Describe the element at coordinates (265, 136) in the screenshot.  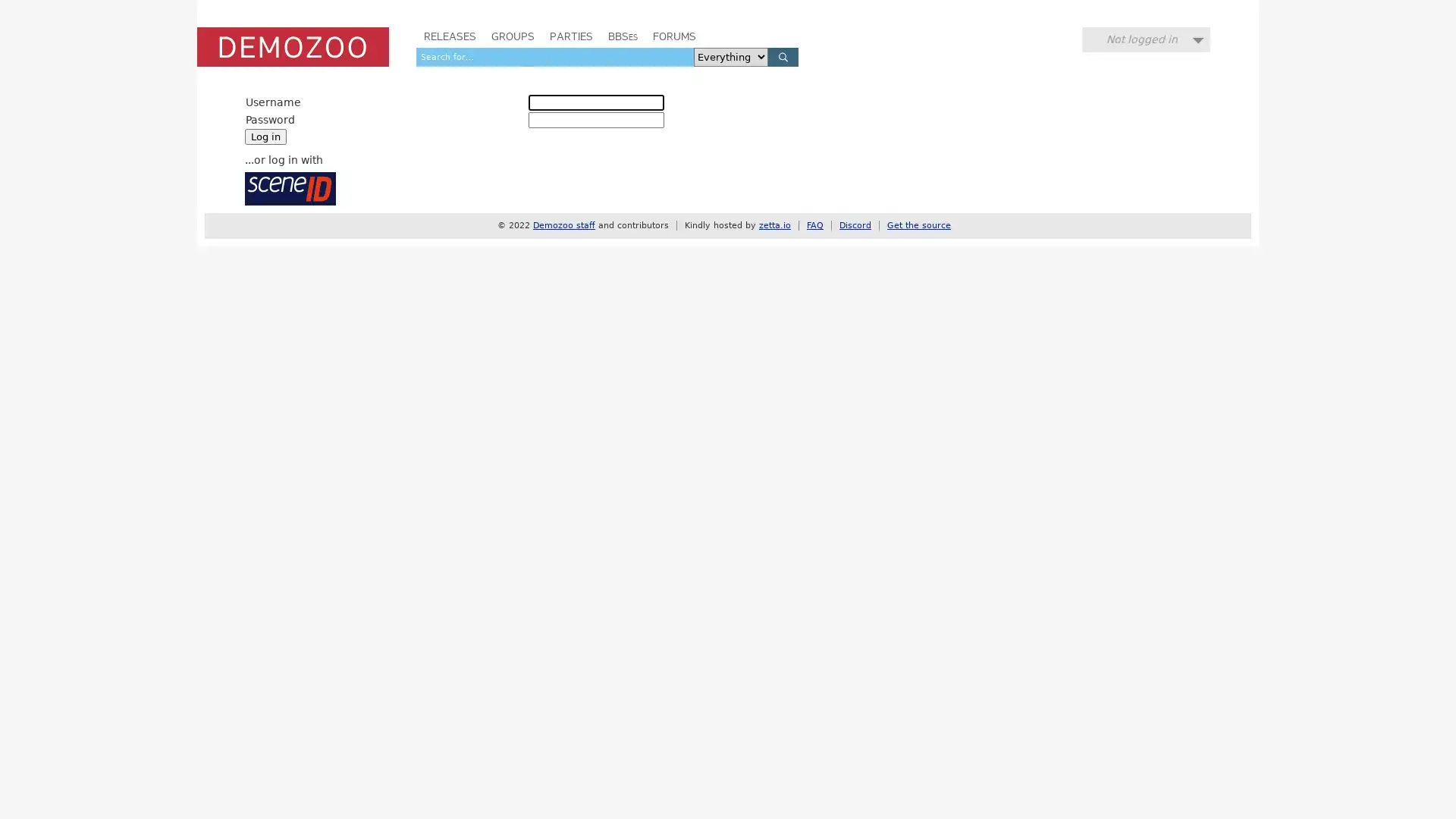
I see `Log in` at that location.